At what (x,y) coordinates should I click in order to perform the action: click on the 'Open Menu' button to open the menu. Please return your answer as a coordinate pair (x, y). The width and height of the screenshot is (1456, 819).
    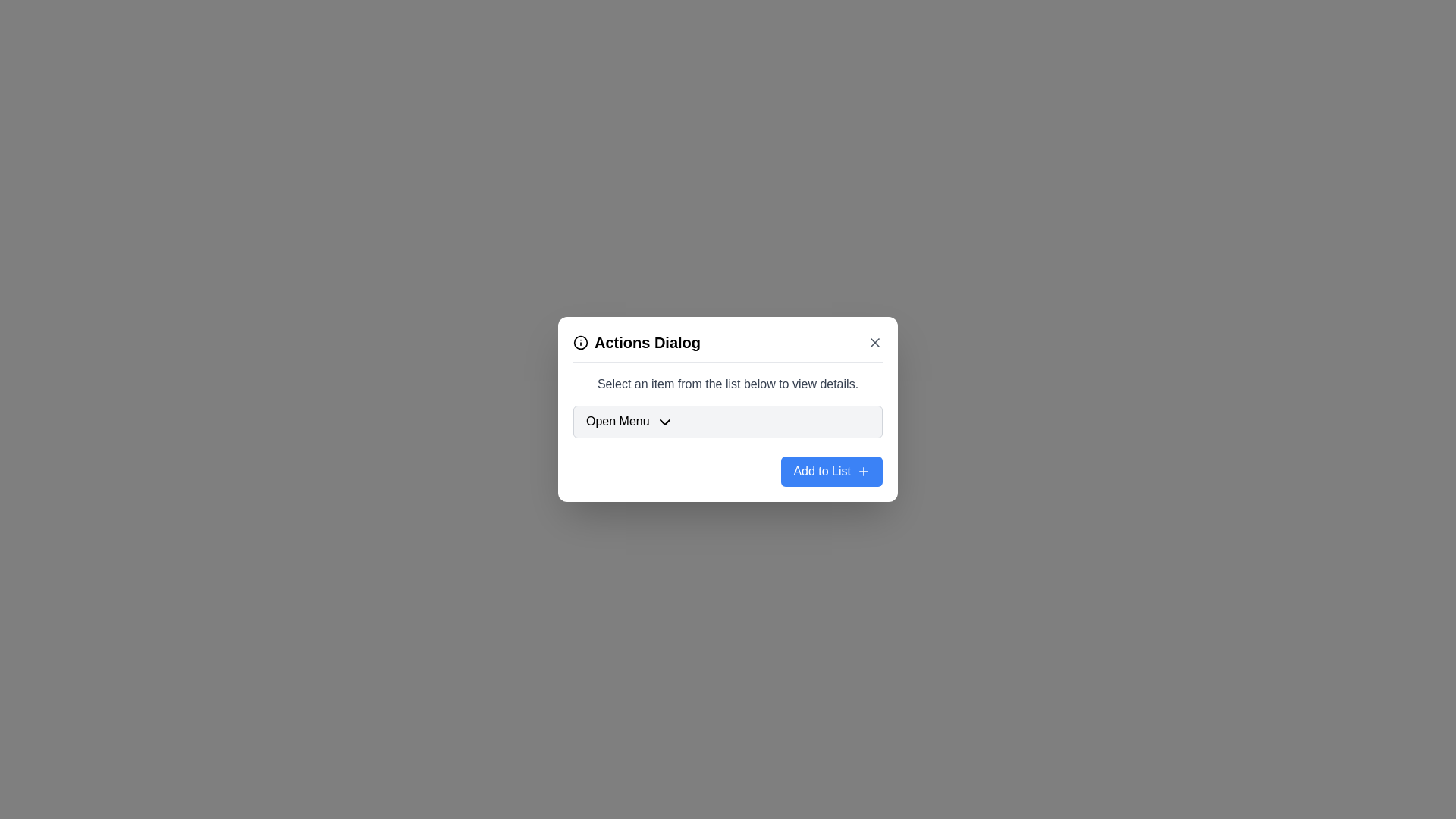
    Looking at the image, I should click on (728, 421).